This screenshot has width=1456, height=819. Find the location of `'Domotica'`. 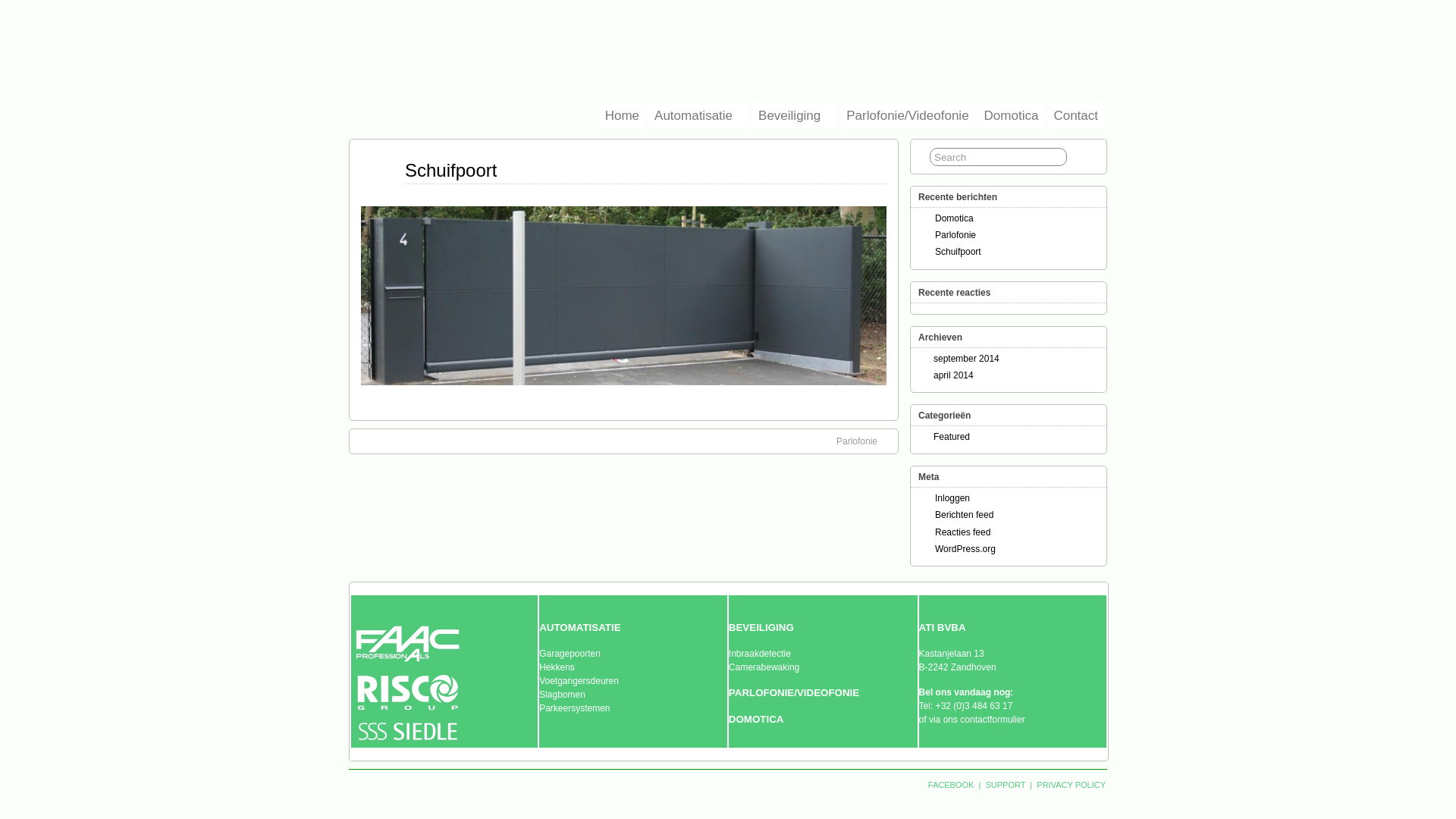

'Domotica' is located at coordinates (953, 218).